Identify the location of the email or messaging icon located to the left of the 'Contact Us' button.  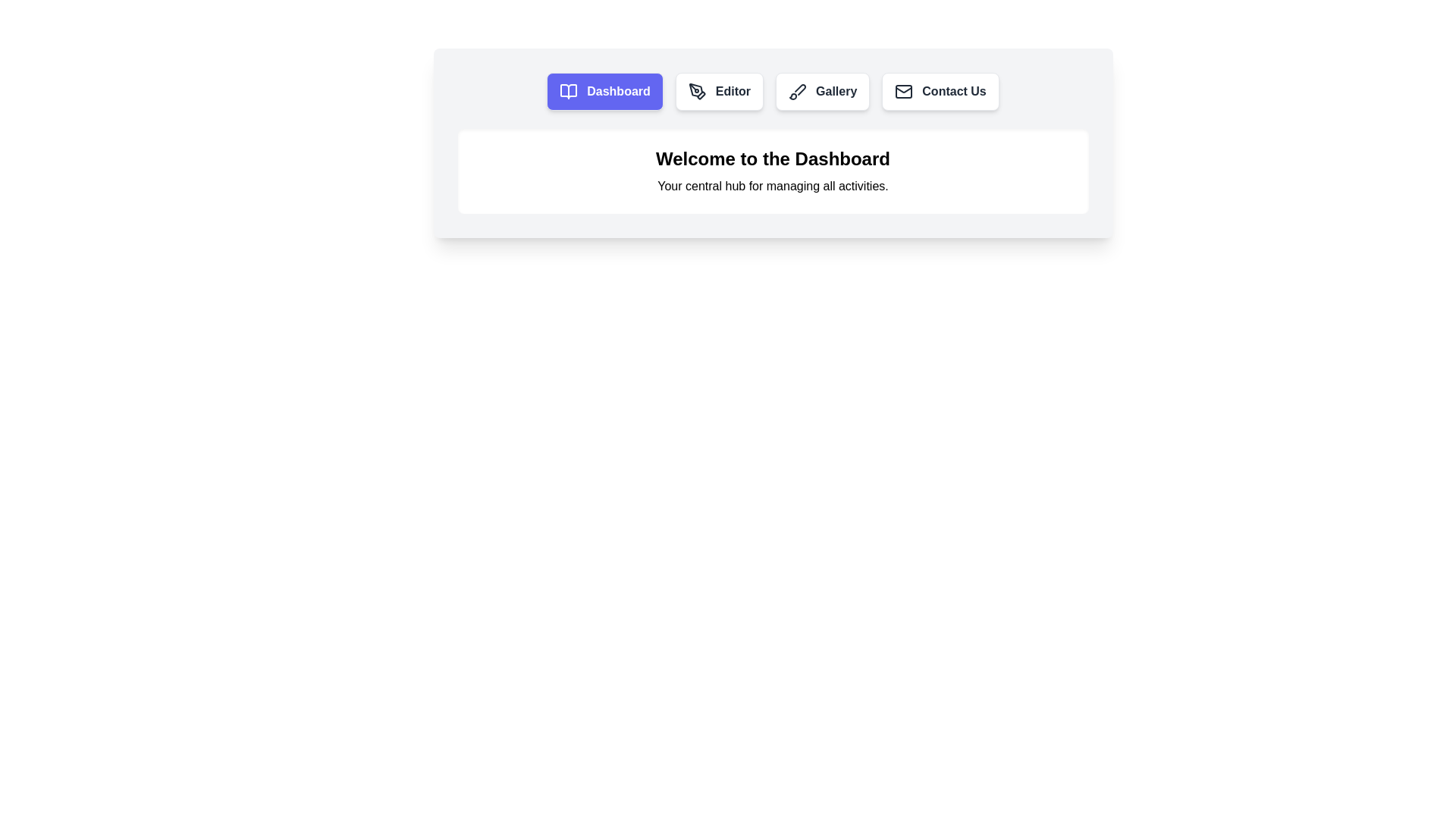
(904, 91).